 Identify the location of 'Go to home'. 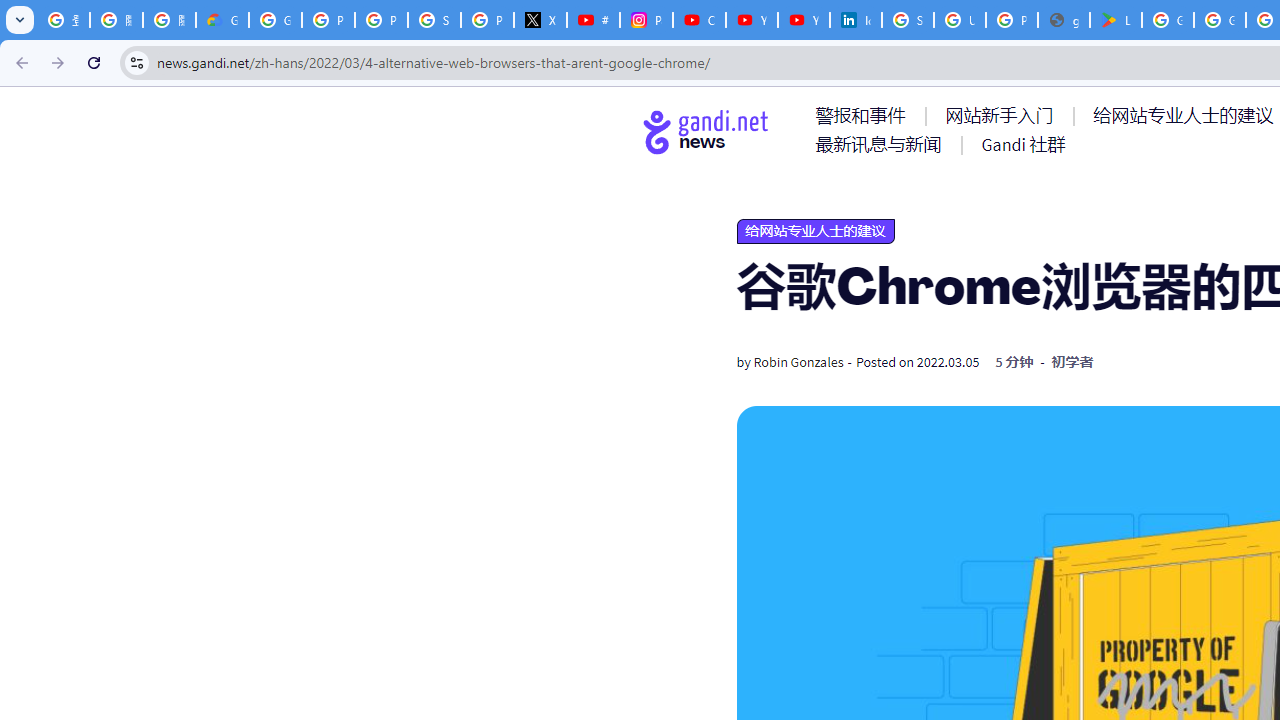
(706, 131).